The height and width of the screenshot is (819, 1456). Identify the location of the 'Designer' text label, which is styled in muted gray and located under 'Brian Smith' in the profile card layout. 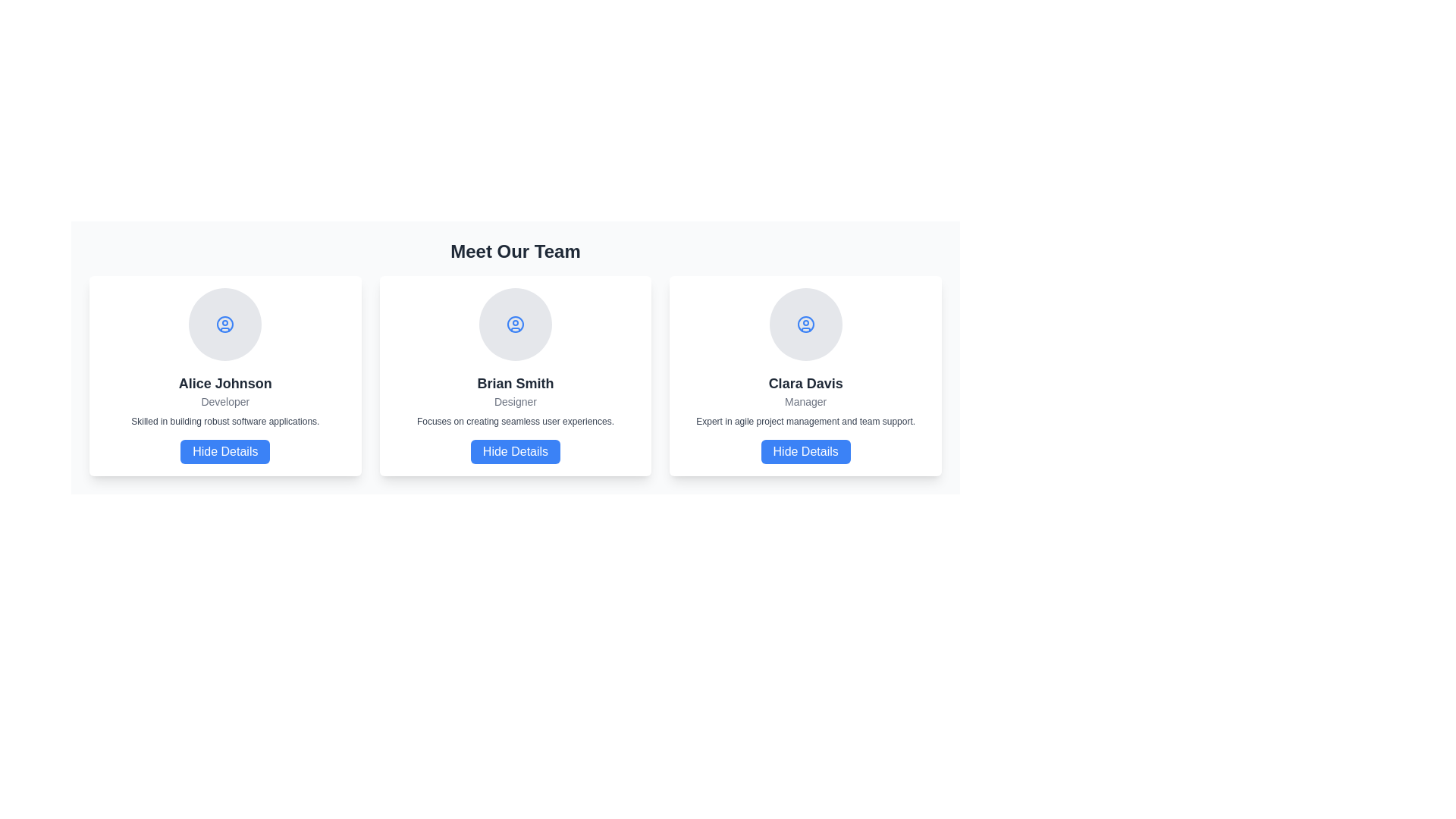
(516, 400).